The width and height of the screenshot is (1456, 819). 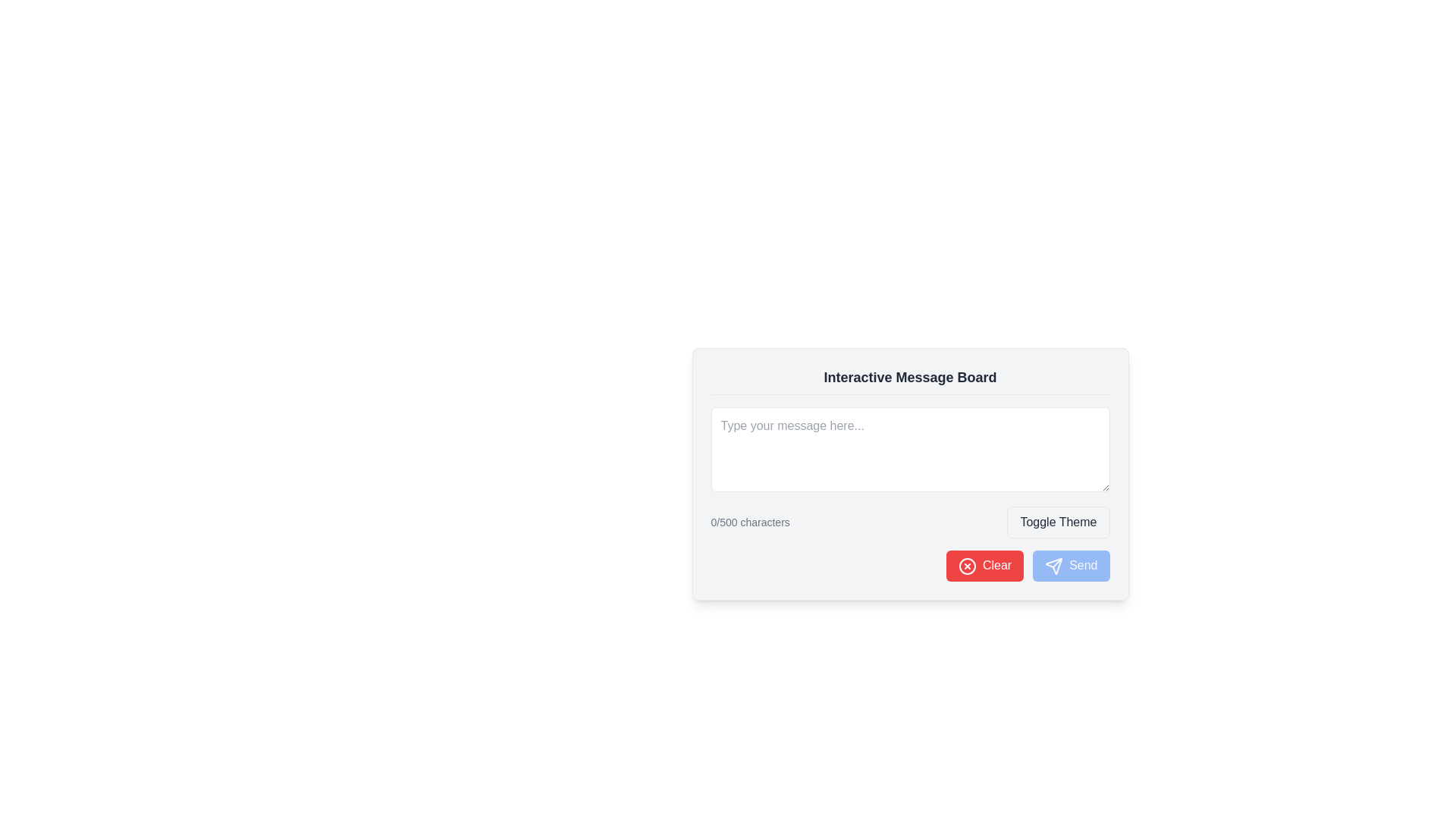 I want to click on the graphical design of the icon located within the 'Clear' button, which is positioned in the bottom right of the 'Interactive Message Board' interface, so click(x=966, y=566).